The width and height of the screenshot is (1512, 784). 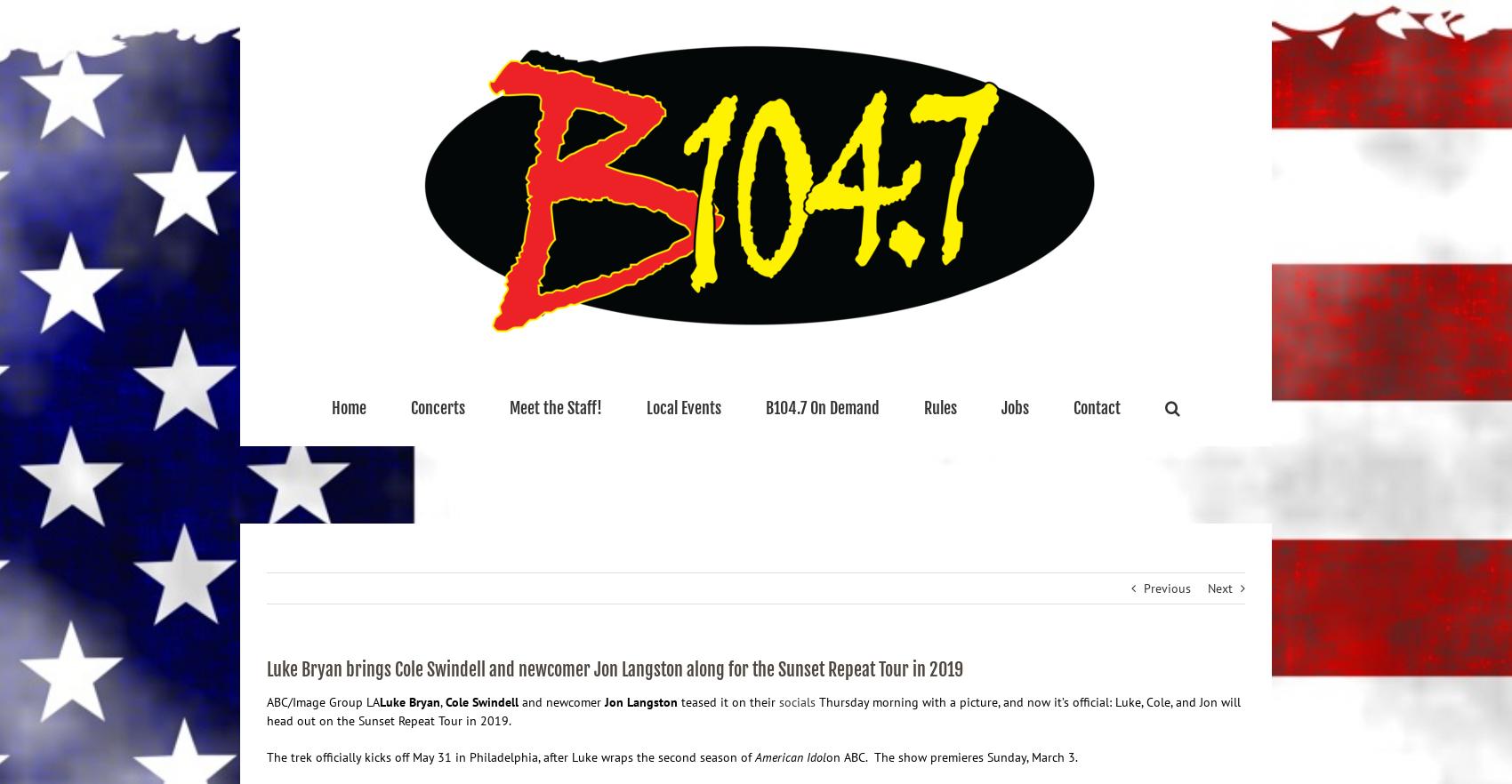 What do you see at coordinates (348, 407) in the screenshot?
I see `'Home'` at bounding box center [348, 407].